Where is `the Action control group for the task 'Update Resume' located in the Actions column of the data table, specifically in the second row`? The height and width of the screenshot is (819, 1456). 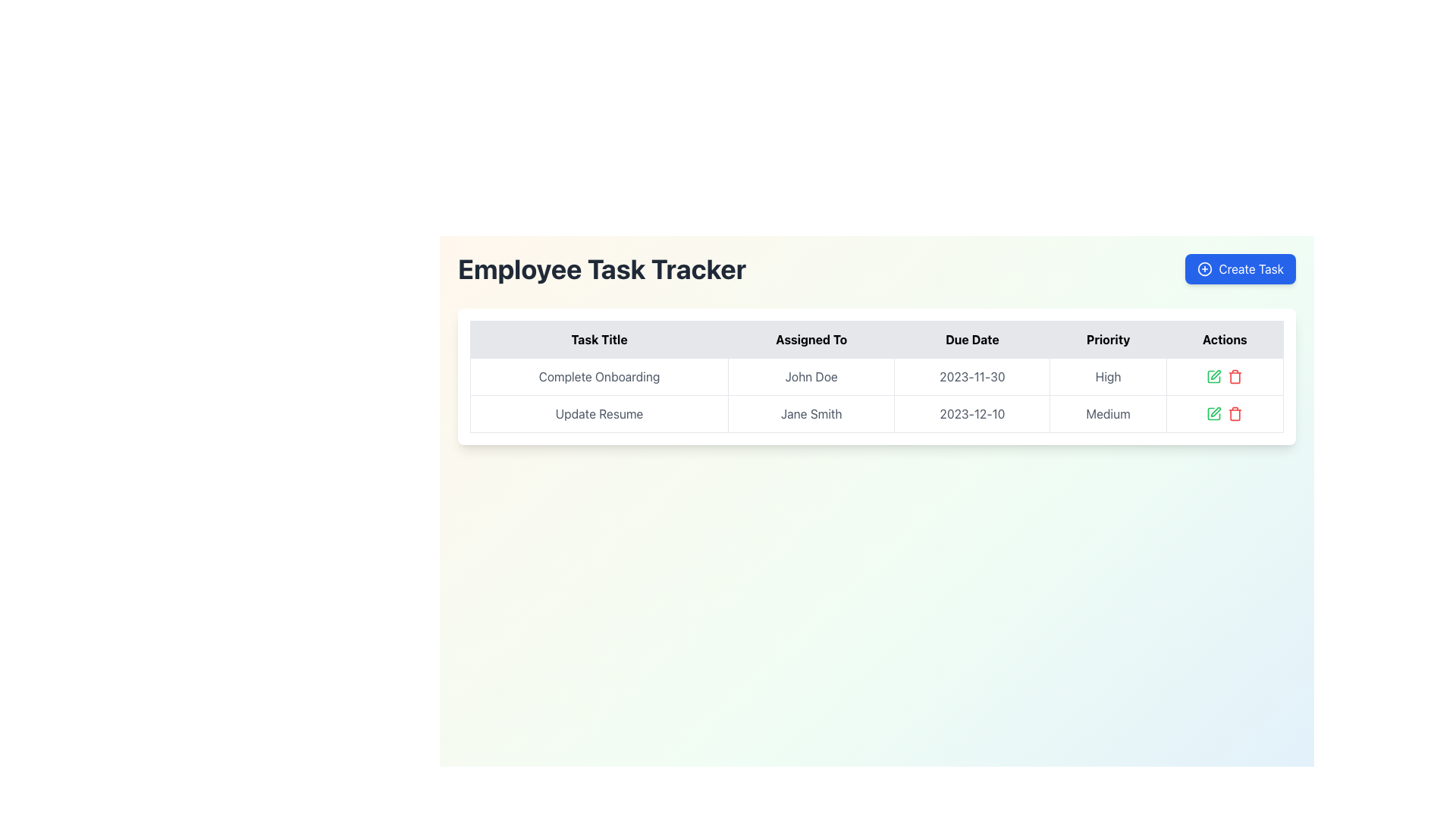
the Action control group for the task 'Update Resume' located in the Actions column of the data table, specifically in the second row is located at coordinates (1225, 414).